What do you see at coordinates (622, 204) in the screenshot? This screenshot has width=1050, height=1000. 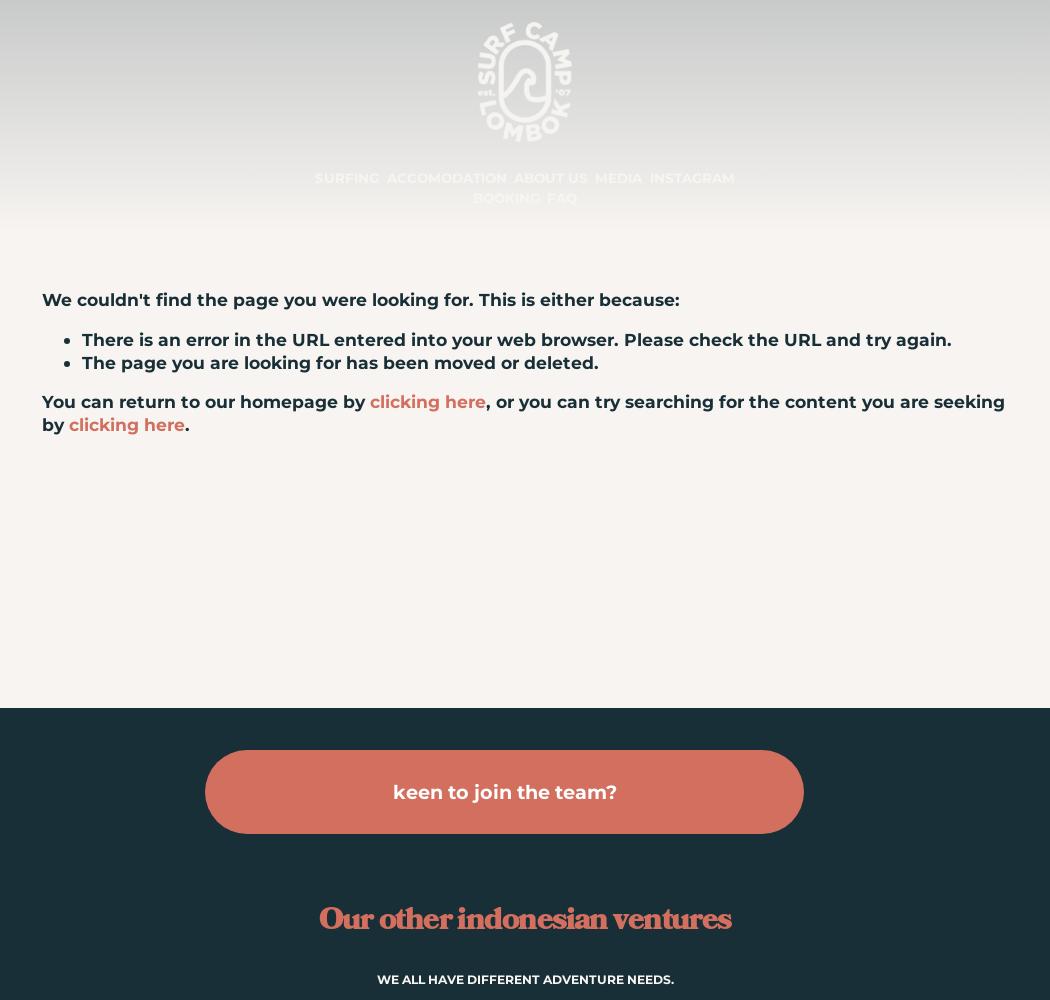 I see `'VIDEOS'` at bounding box center [622, 204].